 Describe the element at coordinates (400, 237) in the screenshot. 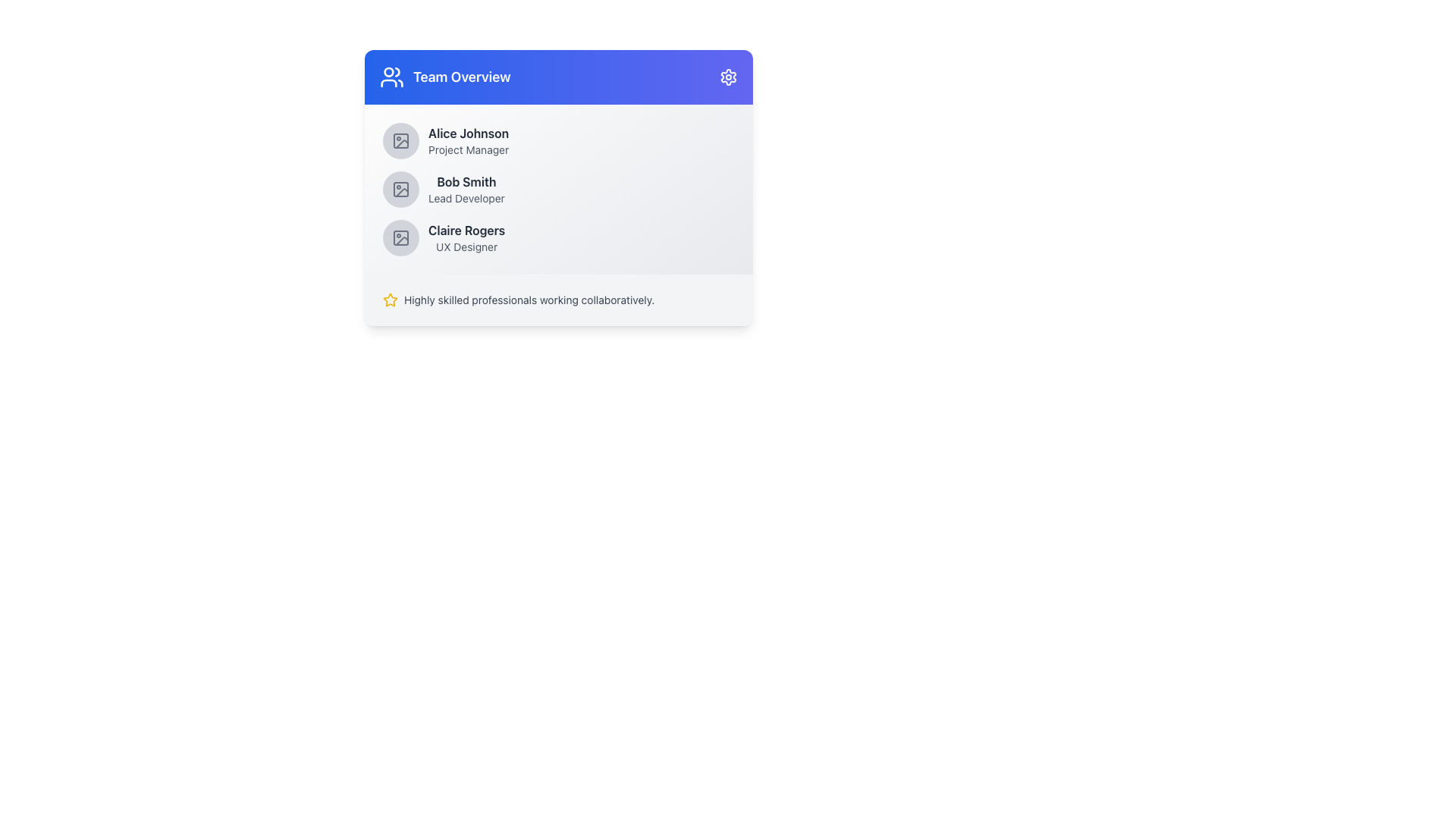

I see `the circular Placeholder or Avatar Icon representing the team member 'Claire Rogers' in the 'Team Overview' panel` at that location.